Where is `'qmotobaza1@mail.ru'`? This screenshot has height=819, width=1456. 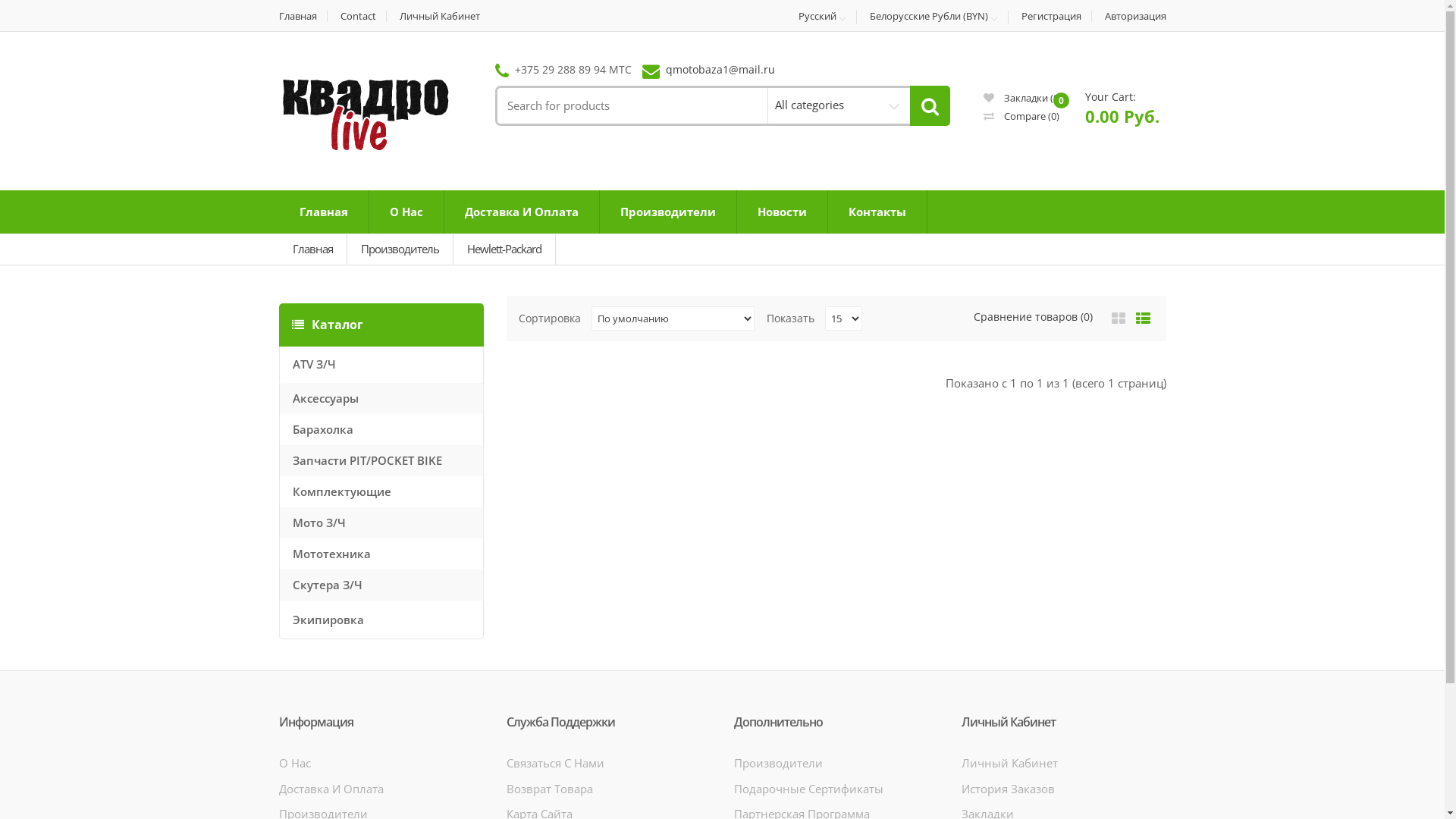 'qmotobaza1@mail.ru' is located at coordinates (666, 69).